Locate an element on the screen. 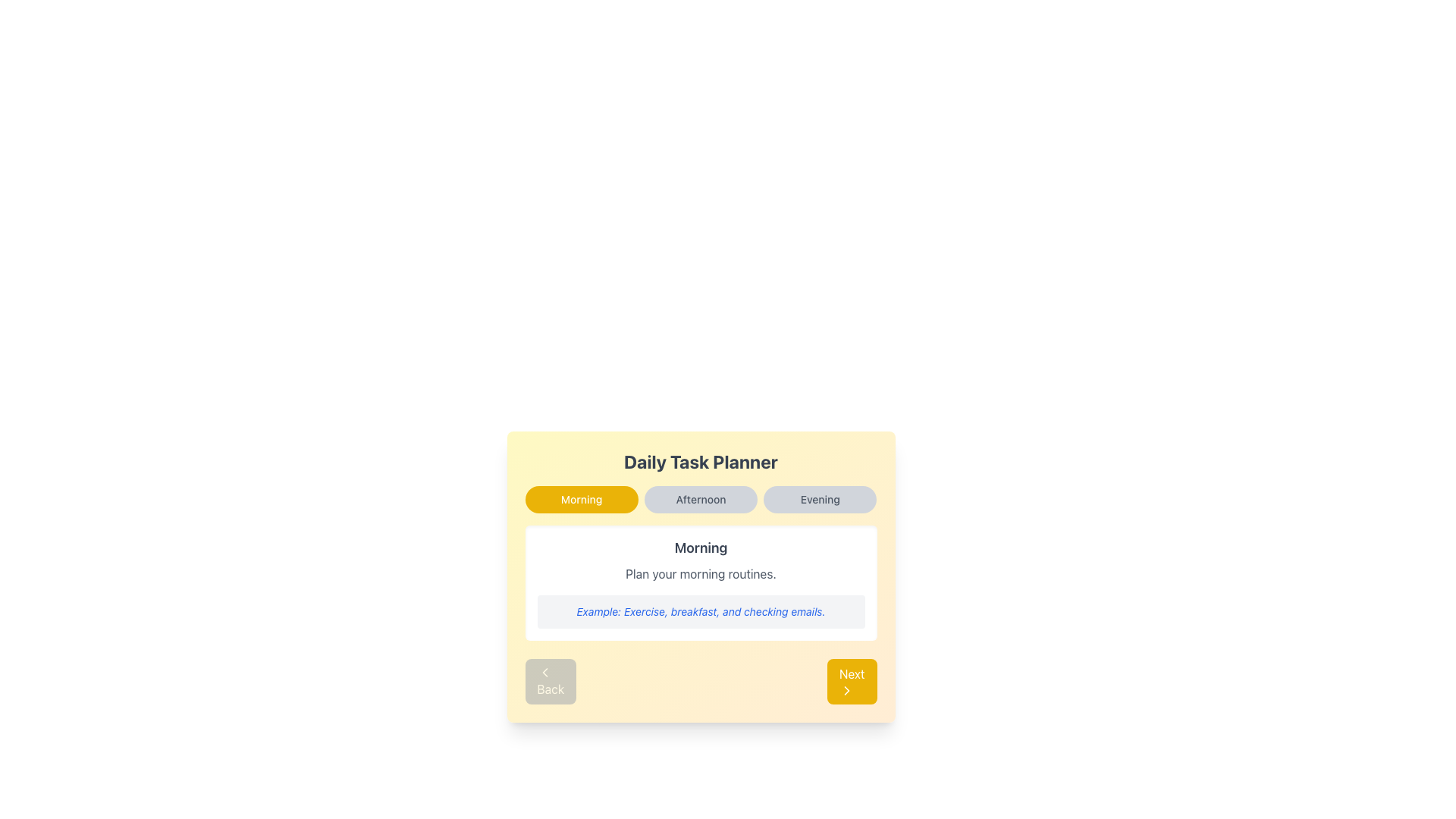 This screenshot has height=819, width=1456. the 'Afternoon' button located in the top section of the card interface, positioned between the 'Morning' and 'Evening' buttons is located at coordinates (700, 500).